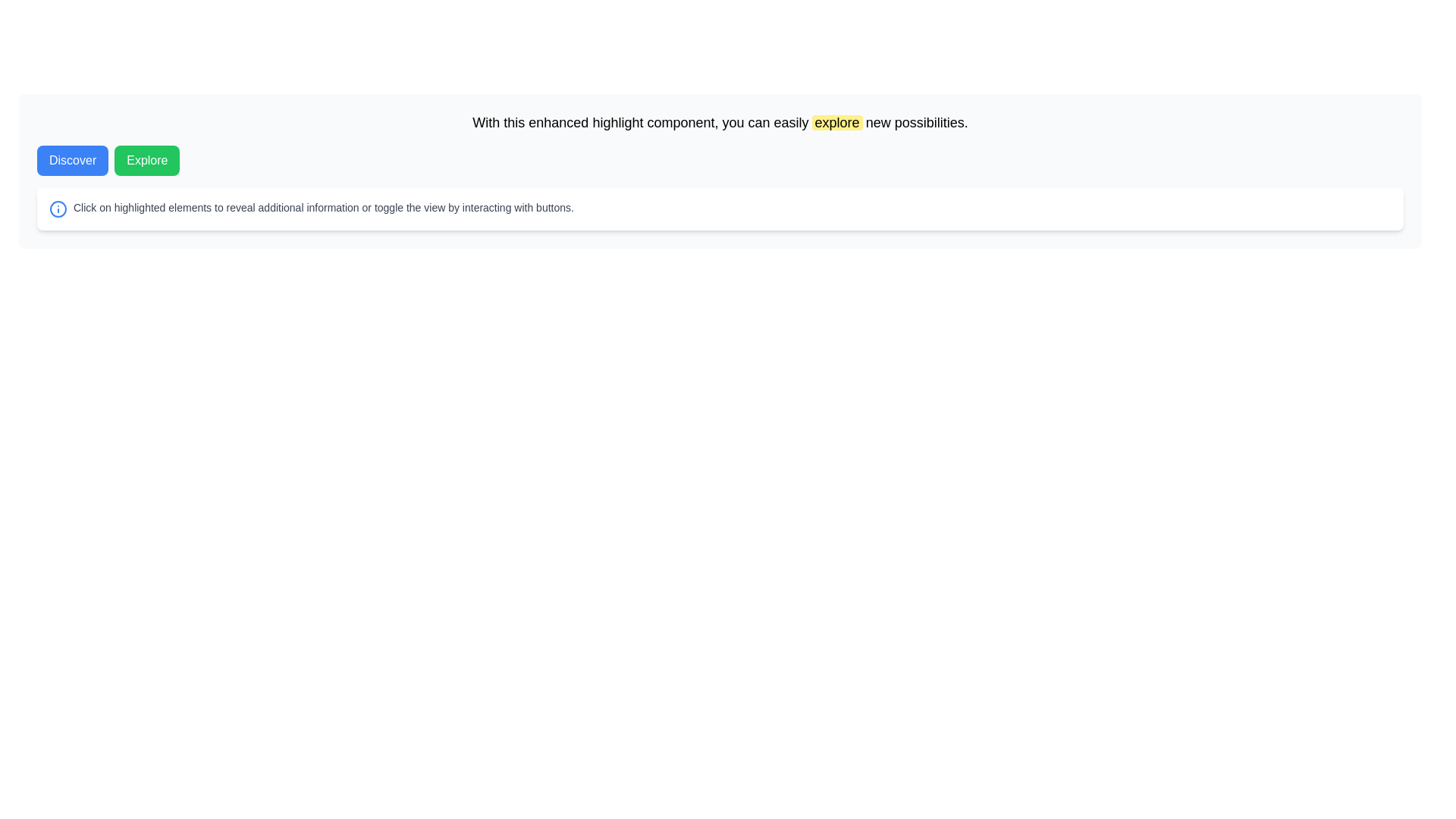 Image resolution: width=1456 pixels, height=819 pixels. I want to click on the large font single-line text block that says 'With this enhanced highlight component, you can easily explore new possibilities.' located above the buttons labeled 'Discover' and 'Explore', so click(720, 122).